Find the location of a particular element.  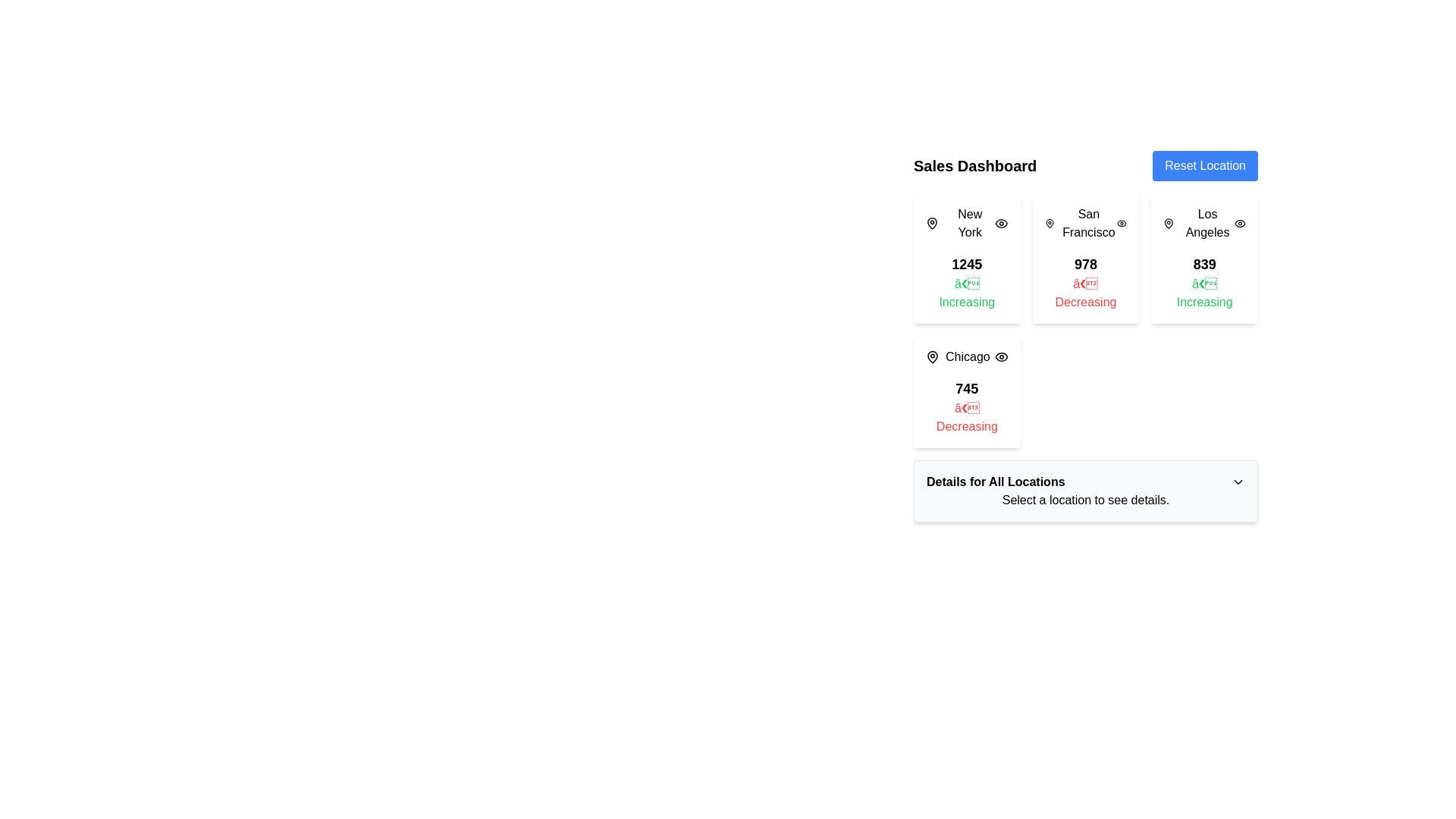

displayed number from the Numeric Text Display that shows the sales or performance metric for the Chicago location, positioned in the second row of the dashboard grid is located at coordinates (966, 388).